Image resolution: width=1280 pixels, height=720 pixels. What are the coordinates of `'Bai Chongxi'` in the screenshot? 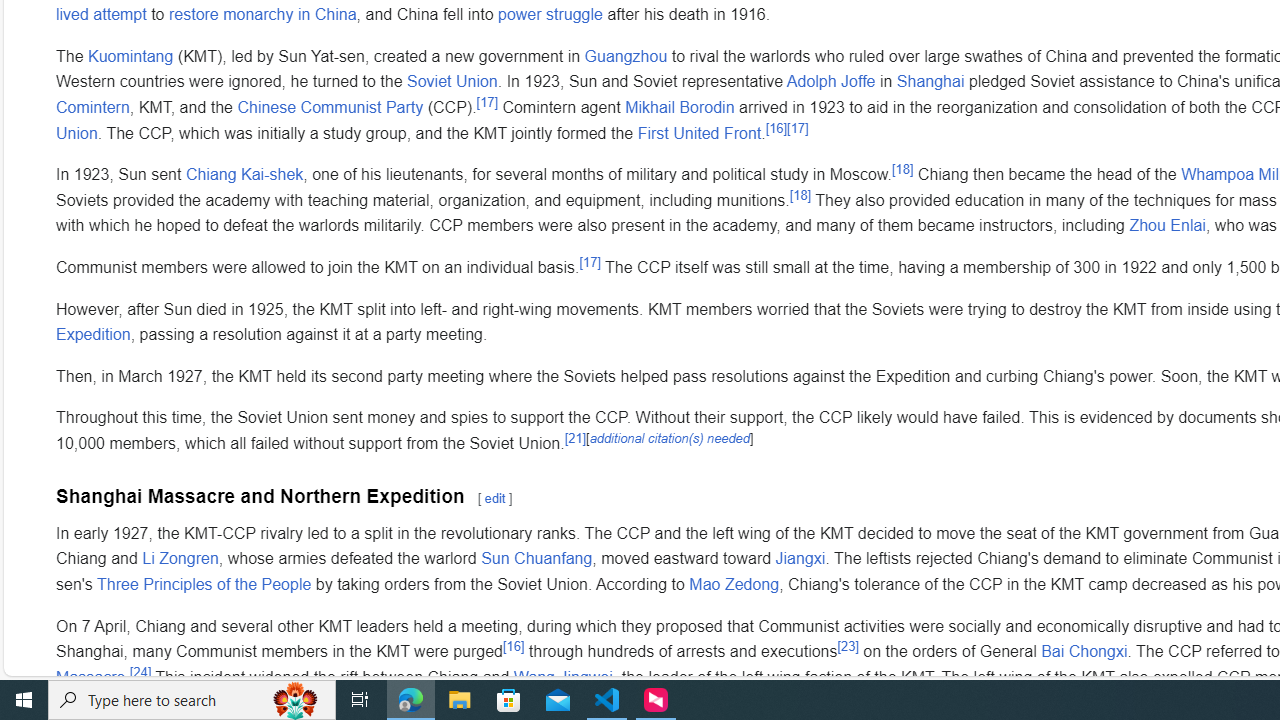 It's located at (1083, 651).